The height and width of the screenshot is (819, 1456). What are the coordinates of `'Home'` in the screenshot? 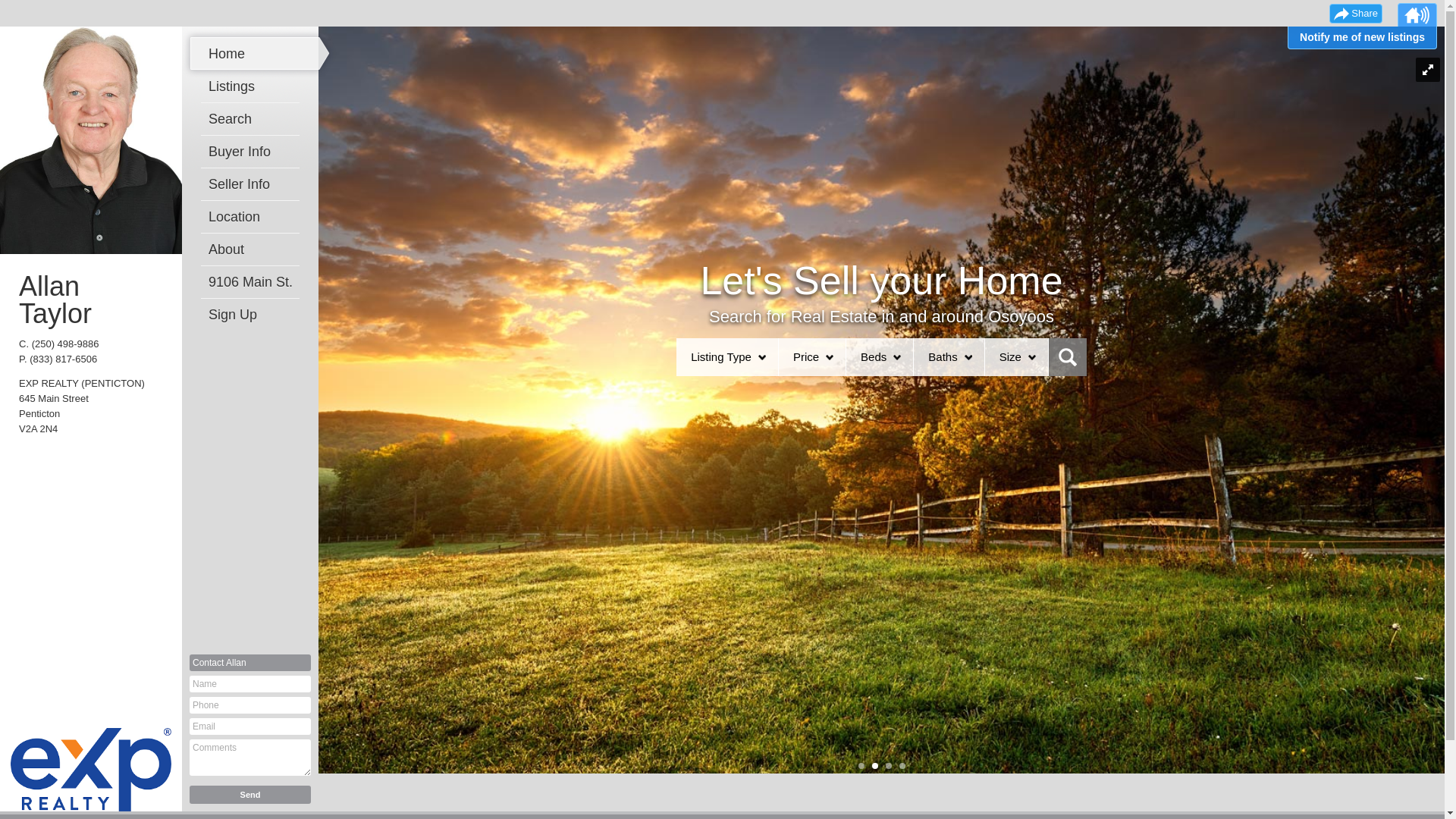 It's located at (207, 52).